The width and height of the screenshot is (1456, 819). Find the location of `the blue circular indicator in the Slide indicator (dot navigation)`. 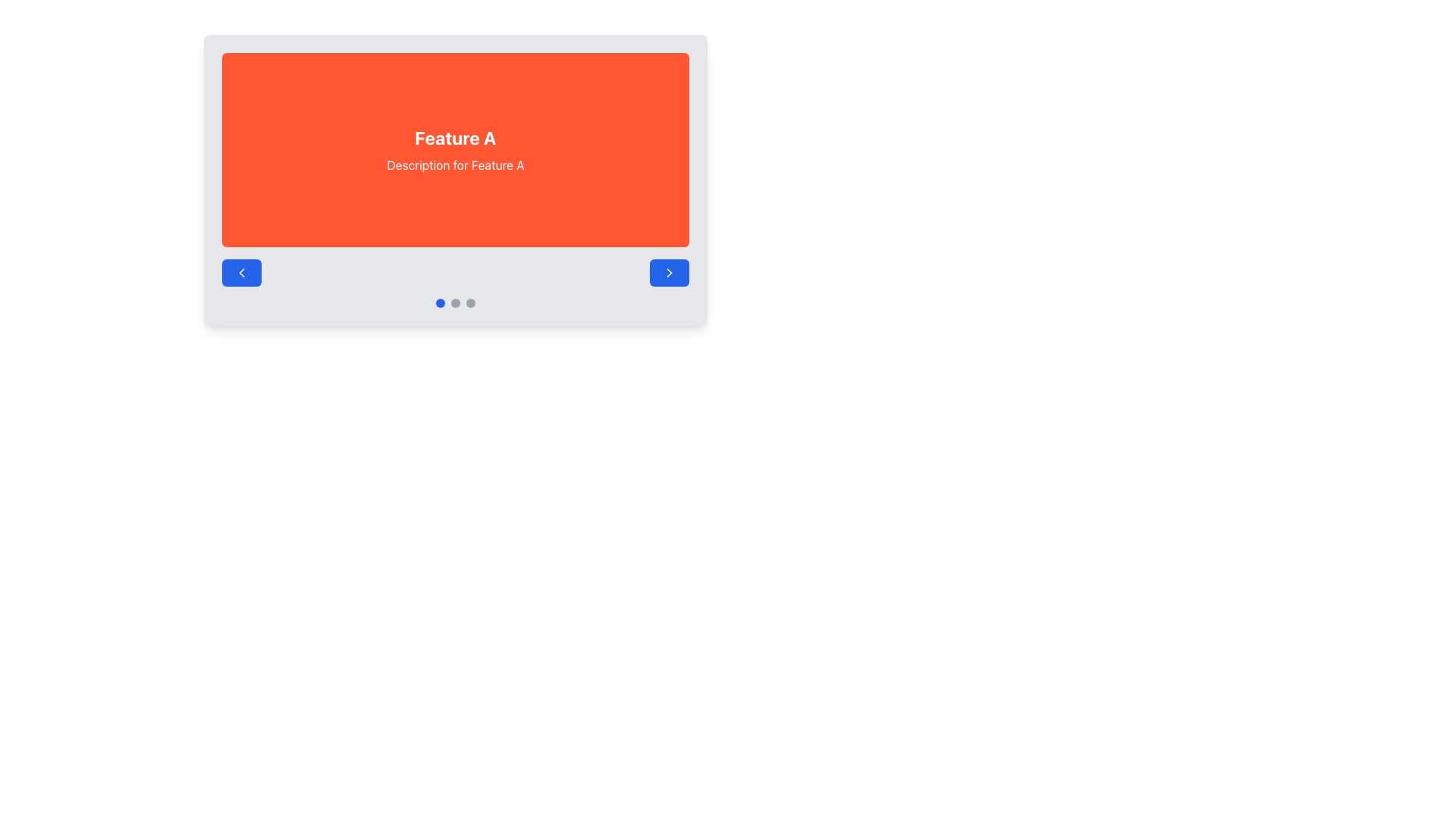

the blue circular indicator in the Slide indicator (dot navigation) is located at coordinates (454, 303).